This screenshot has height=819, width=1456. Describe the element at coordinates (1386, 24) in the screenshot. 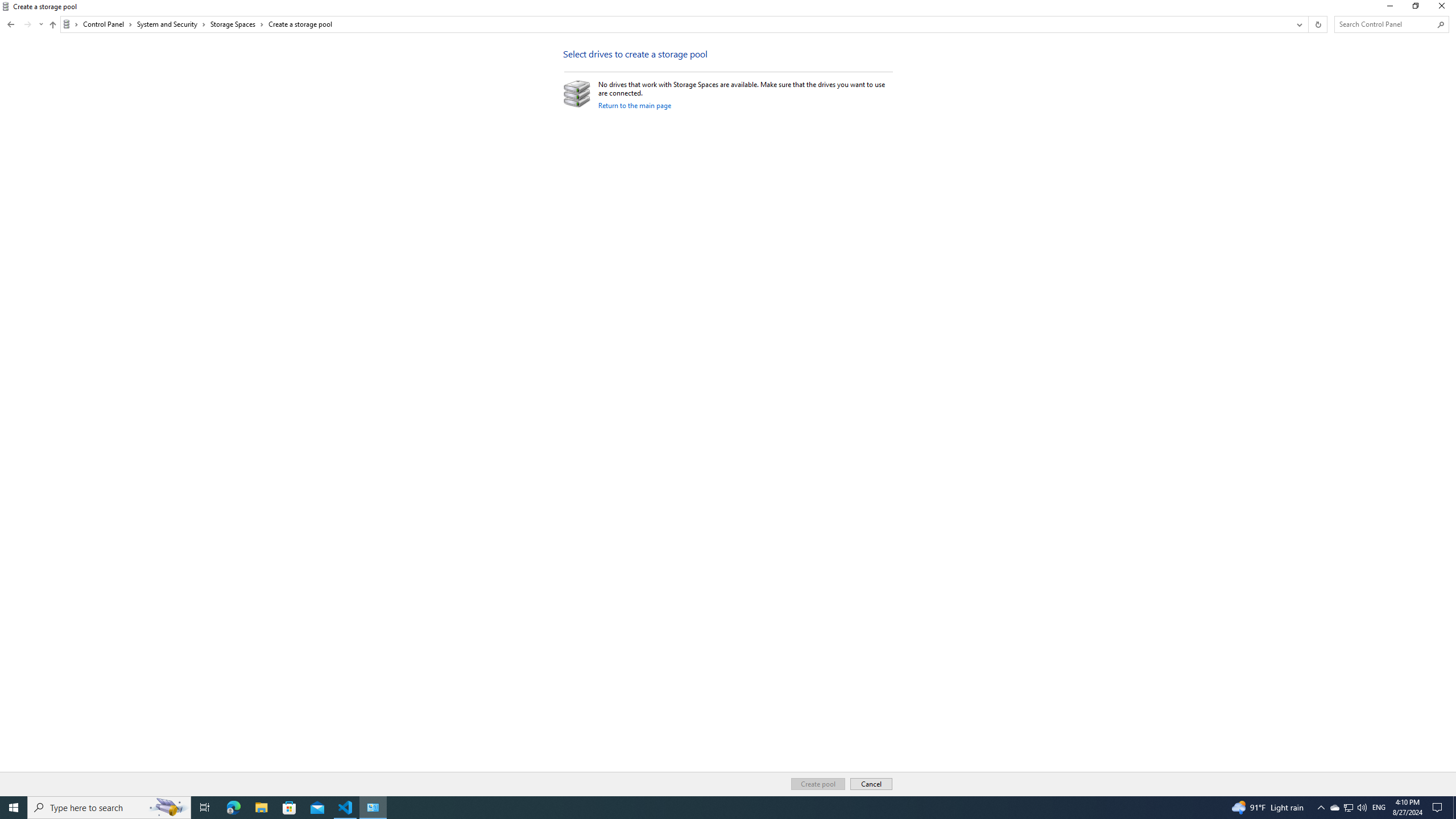

I see `'Search Box'` at that location.